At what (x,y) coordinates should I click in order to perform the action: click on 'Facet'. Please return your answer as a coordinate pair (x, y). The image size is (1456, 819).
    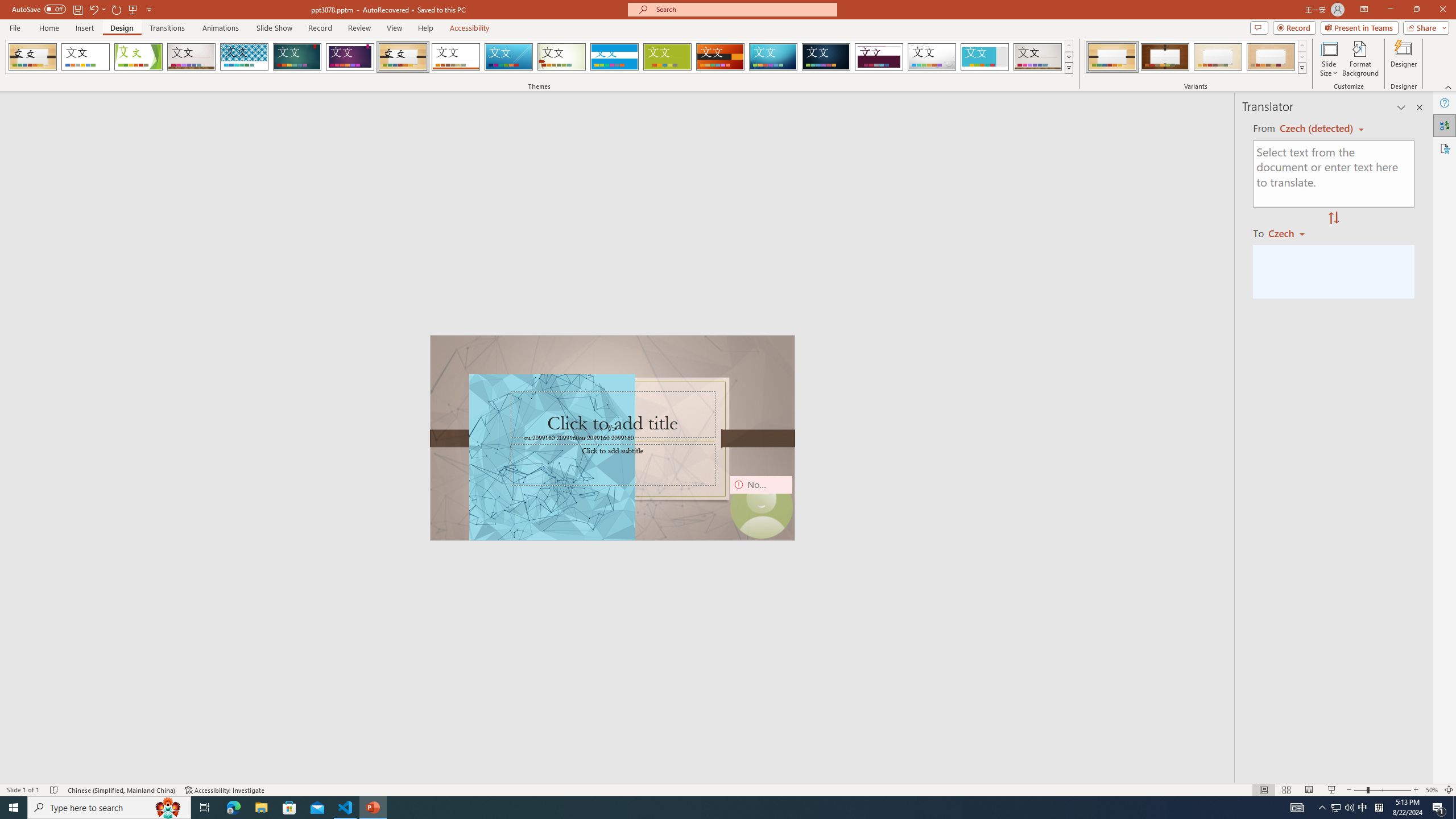
    Looking at the image, I should click on (138, 56).